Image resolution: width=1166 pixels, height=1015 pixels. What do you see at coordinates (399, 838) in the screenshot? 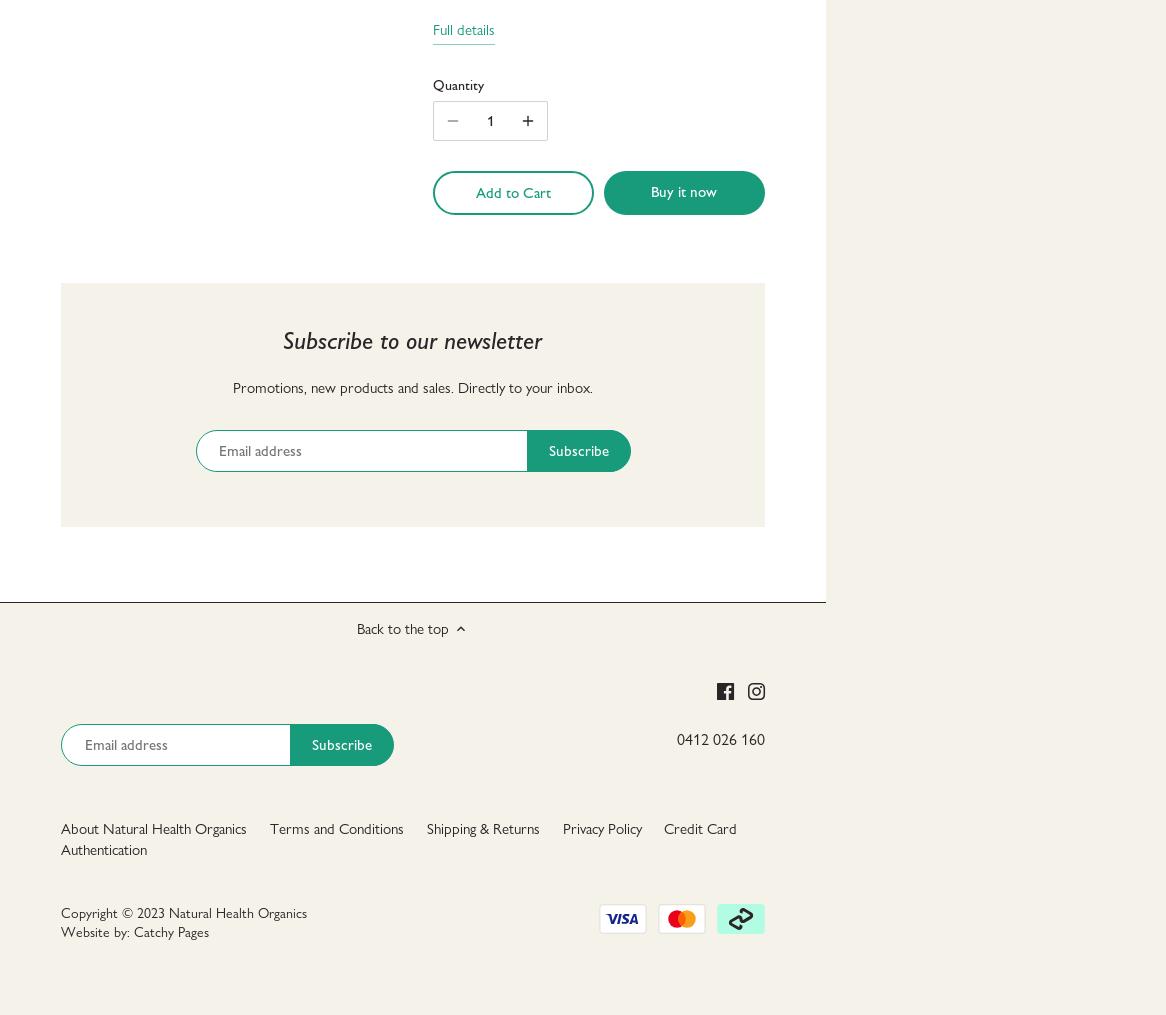
I see `'Credit Card Authentication'` at bounding box center [399, 838].